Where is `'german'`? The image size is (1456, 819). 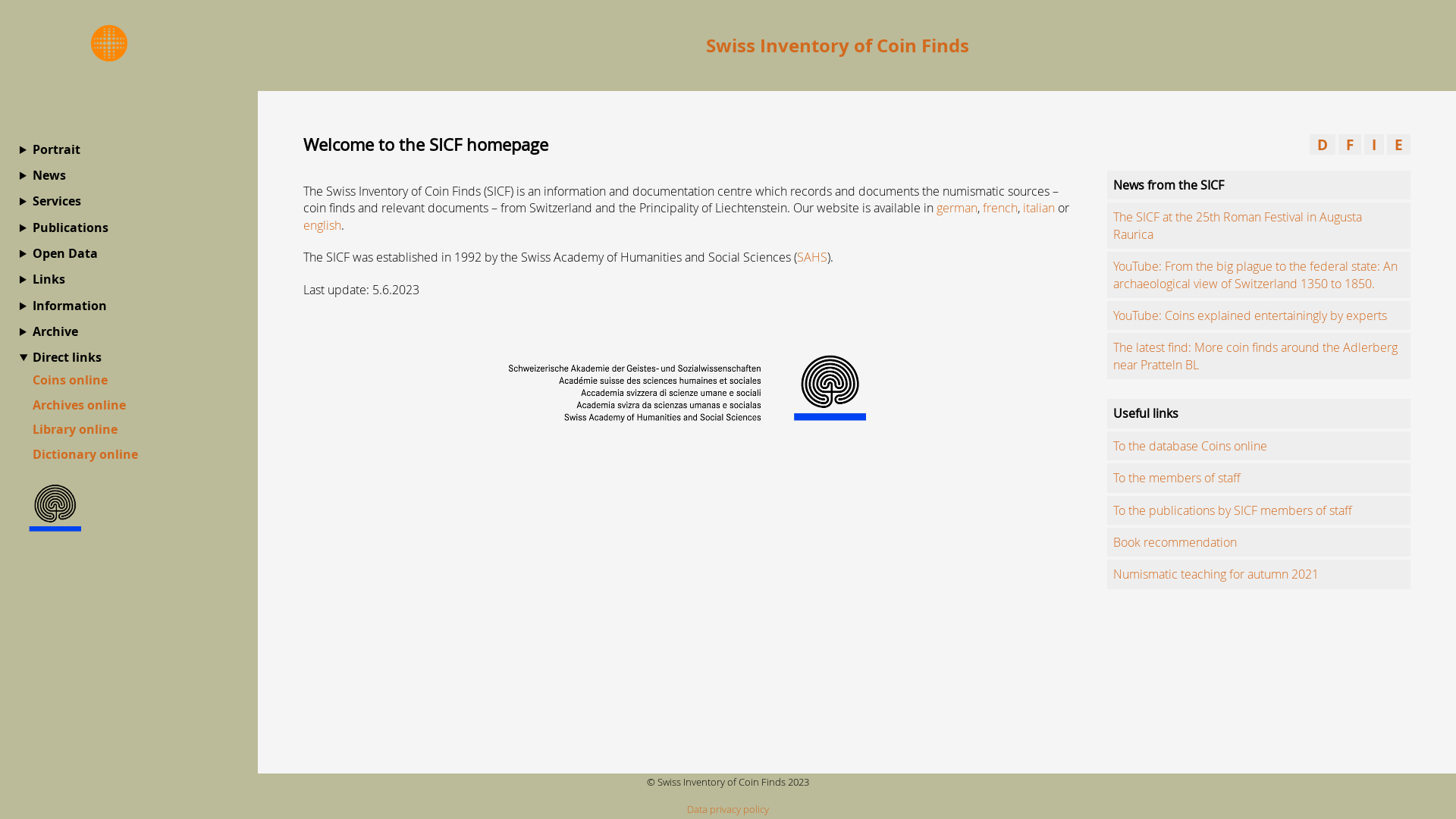 'german' is located at coordinates (956, 207).